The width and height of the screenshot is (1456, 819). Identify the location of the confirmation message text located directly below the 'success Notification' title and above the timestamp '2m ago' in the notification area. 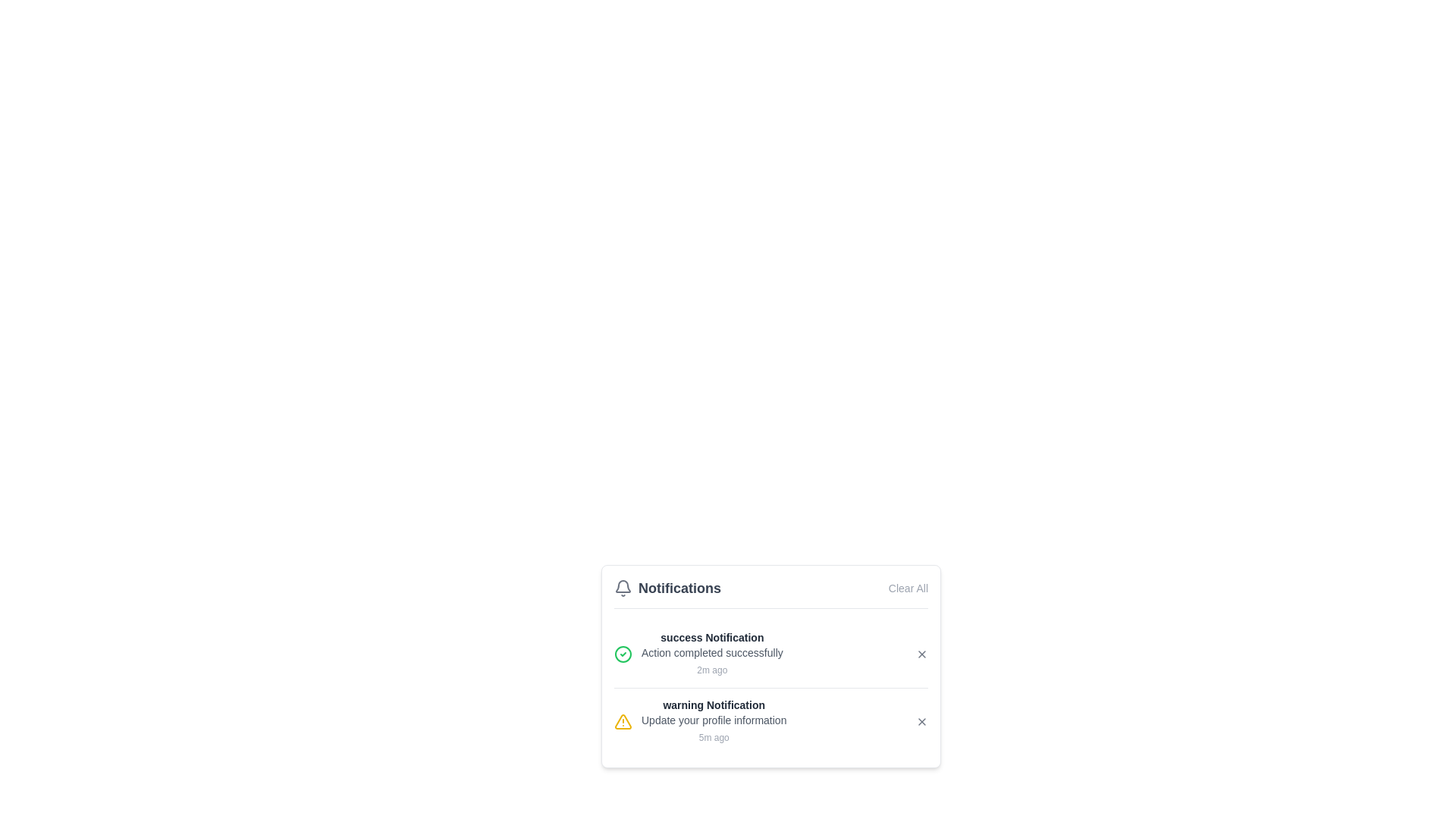
(711, 651).